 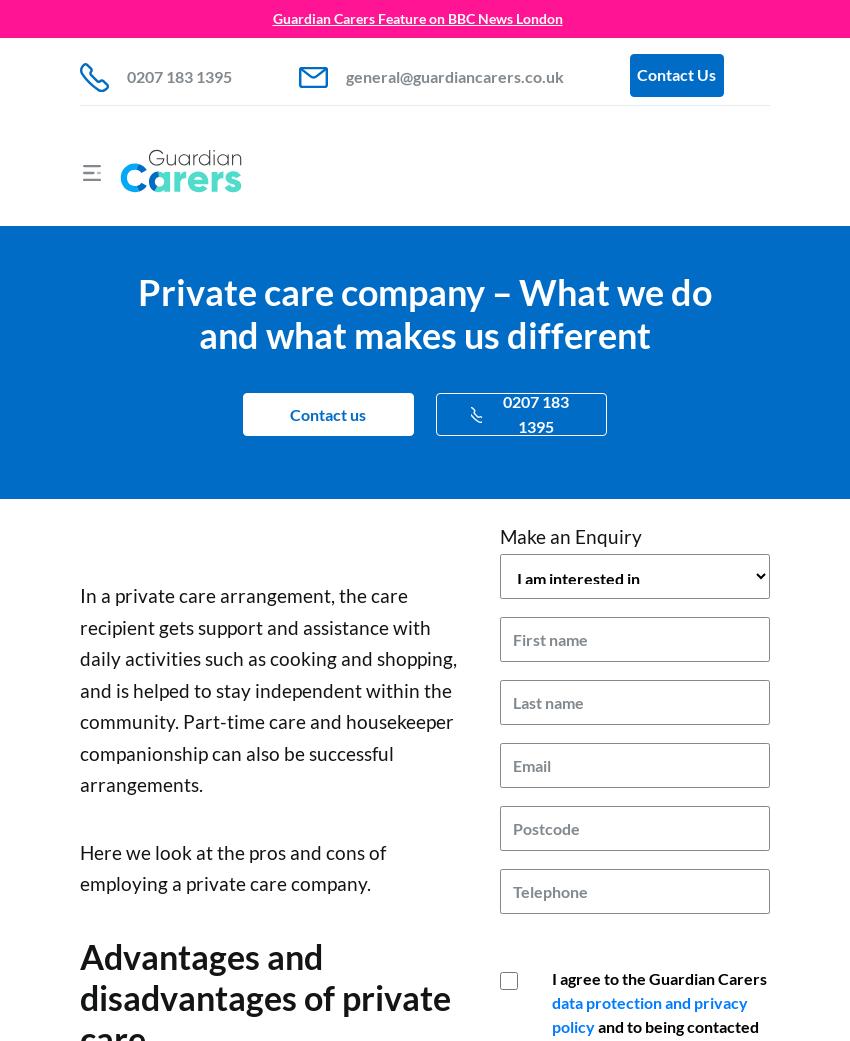 What do you see at coordinates (659, 977) in the screenshot?
I see `'I agree to the Guardian Carers'` at bounding box center [659, 977].